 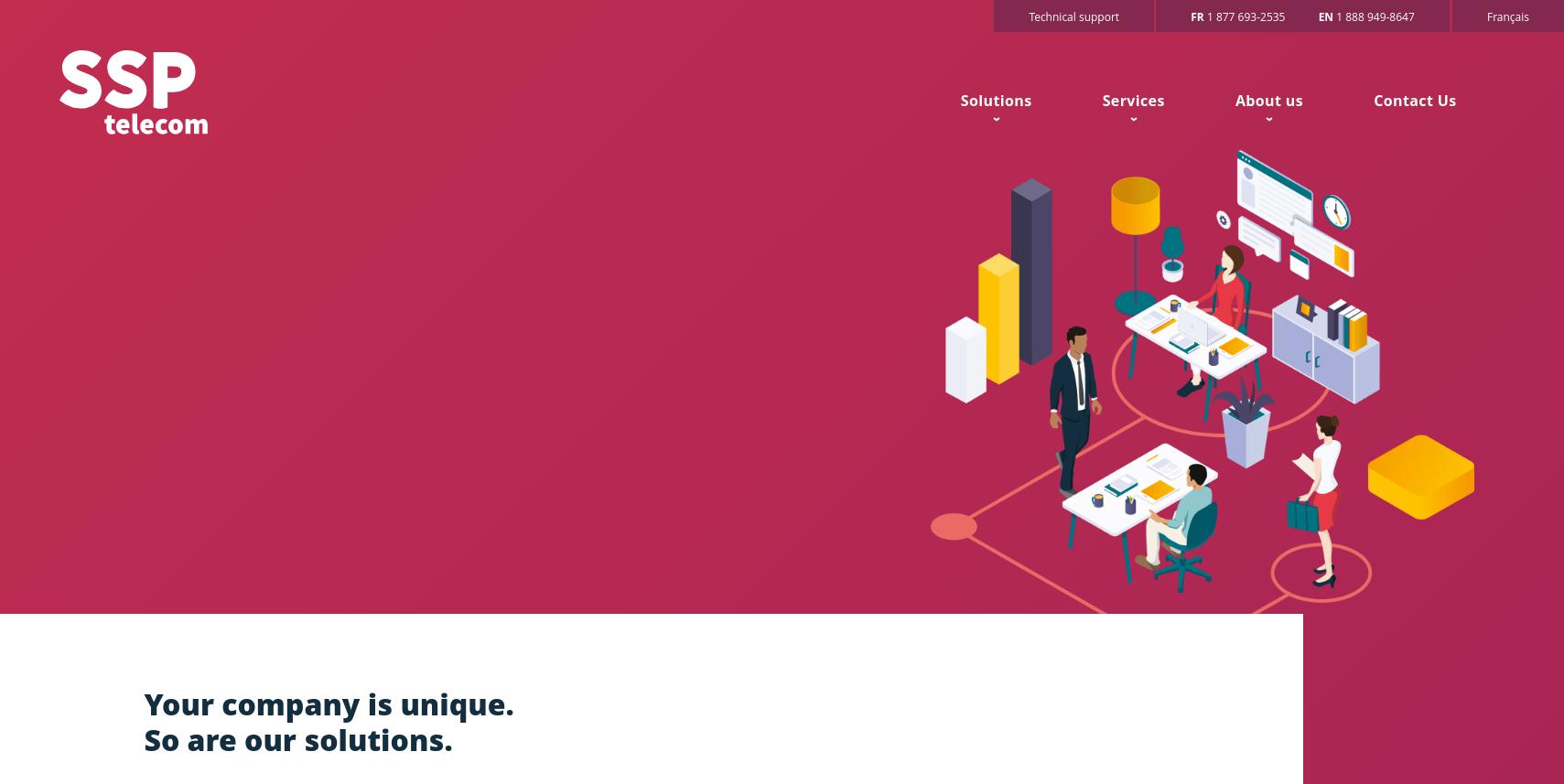 What do you see at coordinates (1507, 16) in the screenshot?
I see `'Français'` at bounding box center [1507, 16].